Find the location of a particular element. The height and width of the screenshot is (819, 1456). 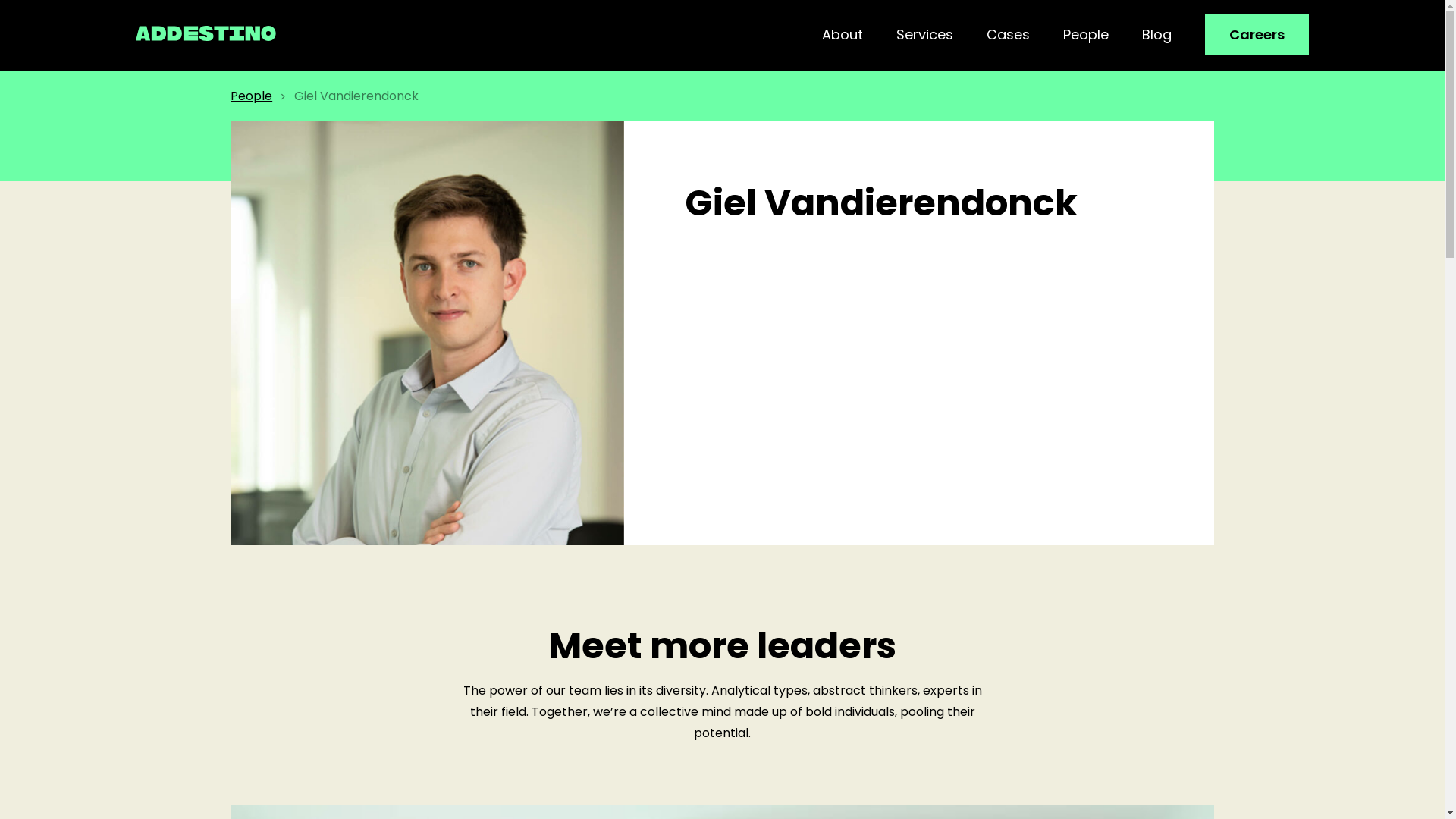

'People' is located at coordinates (1062, 34).